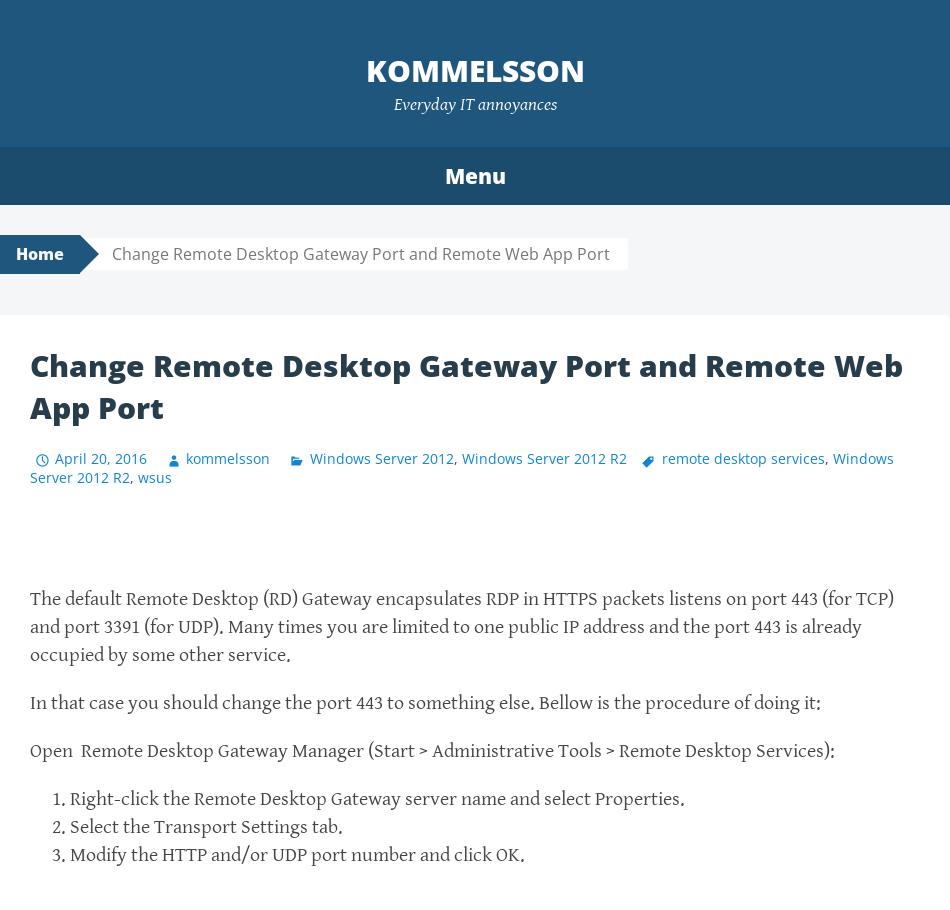 Image resolution: width=950 pixels, height=910 pixels. What do you see at coordinates (296, 854) in the screenshot?
I see `'Modify the HTTP and/or UDP port number and click OK.'` at bounding box center [296, 854].